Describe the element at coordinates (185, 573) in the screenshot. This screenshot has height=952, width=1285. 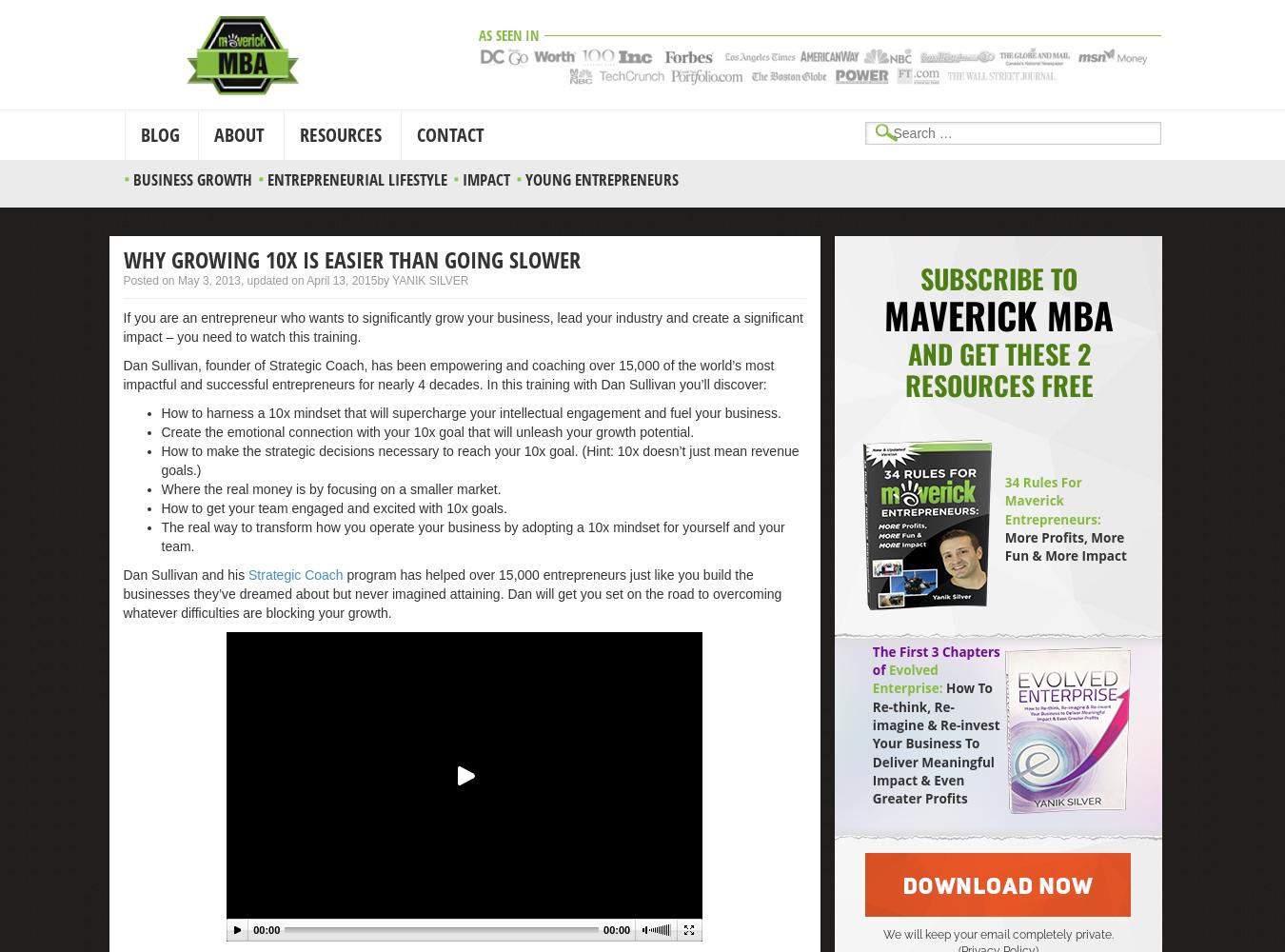
I see `'Dan Sullivan and his'` at that location.